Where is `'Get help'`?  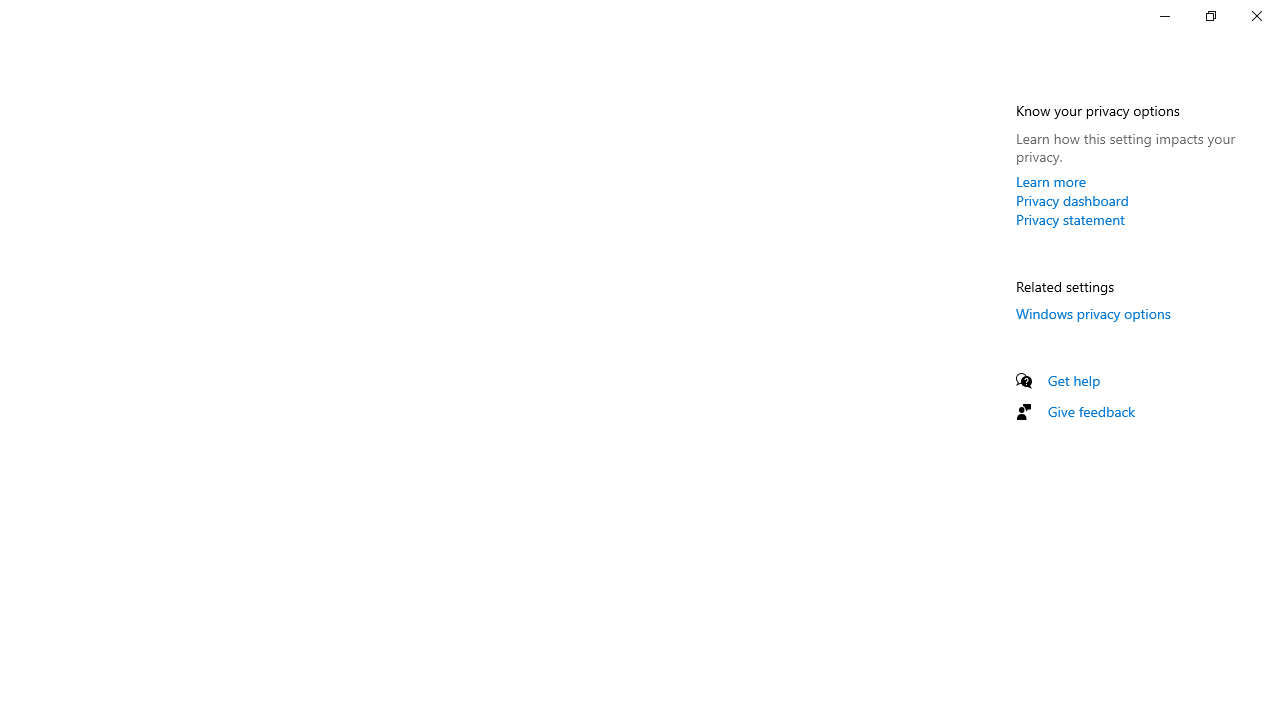
'Get help' is located at coordinates (1073, 380).